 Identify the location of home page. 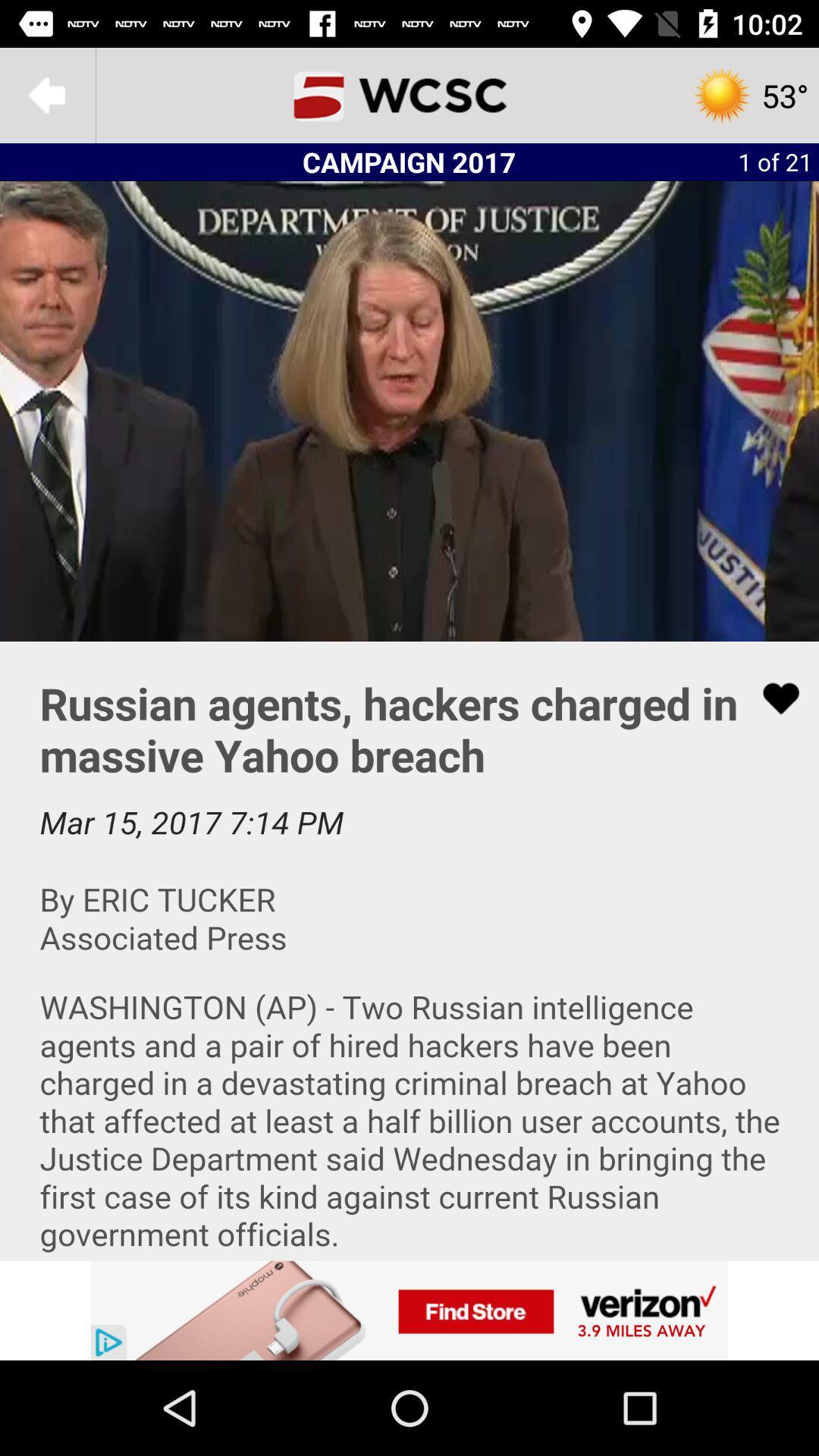
(409, 94).